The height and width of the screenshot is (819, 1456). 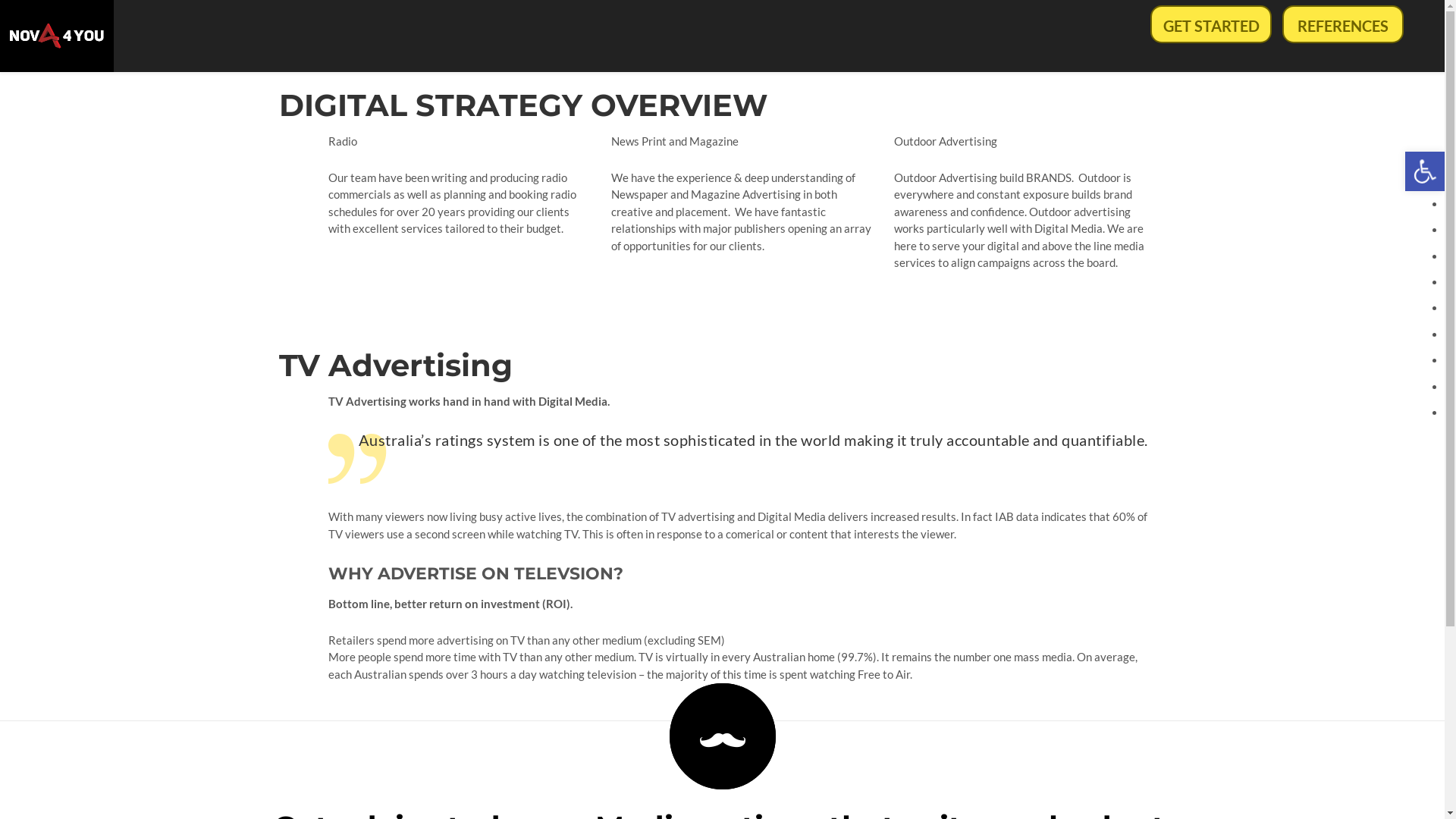 I want to click on 'REFERENCES', so click(x=1343, y=24).